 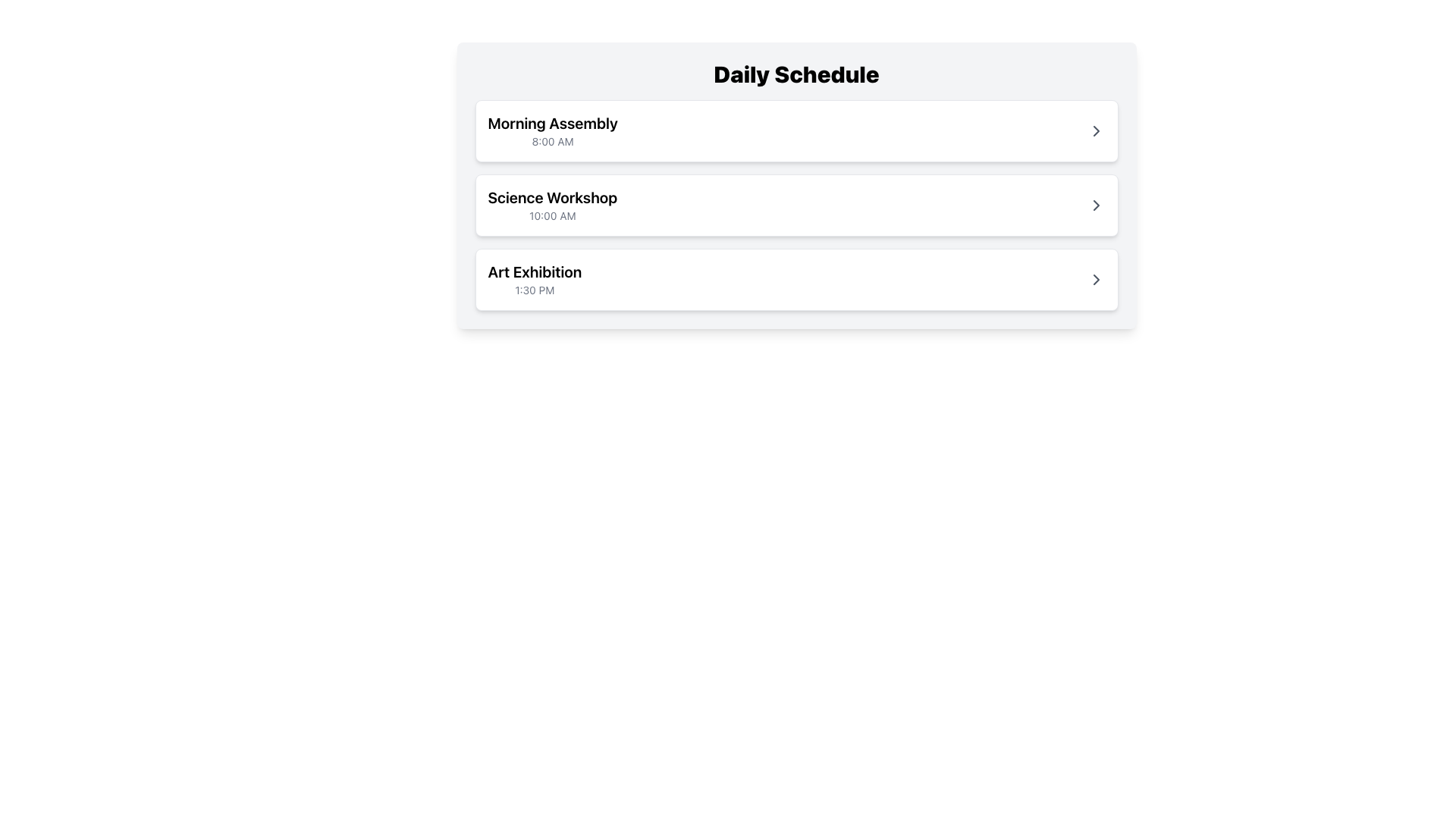 I want to click on the scheduled event element displaying 'Science Workshop' at '10:00 AM' located under the title 'Daily Schedule', so click(x=795, y=185).